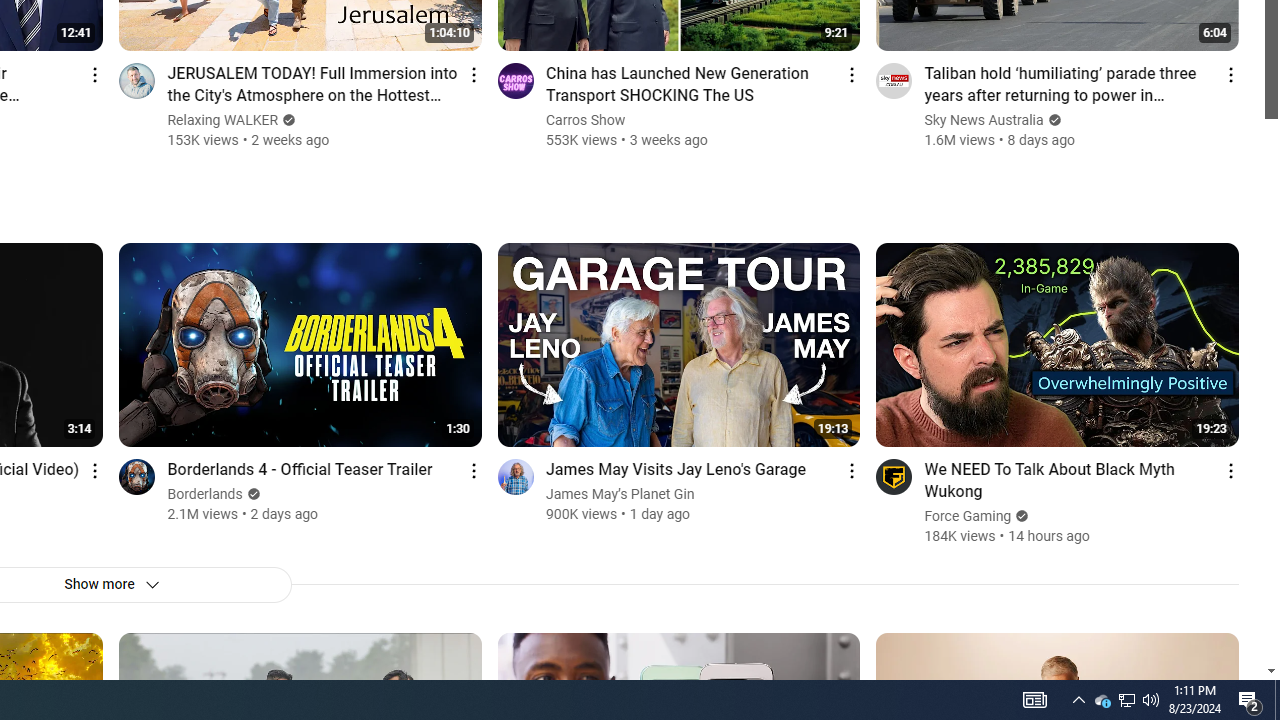 This screenshot has height=720, width=1280. What do you see at coordinates (893, 476) in the screenshot?
I see `'Go to channel'` at bounding box center [893, 476].